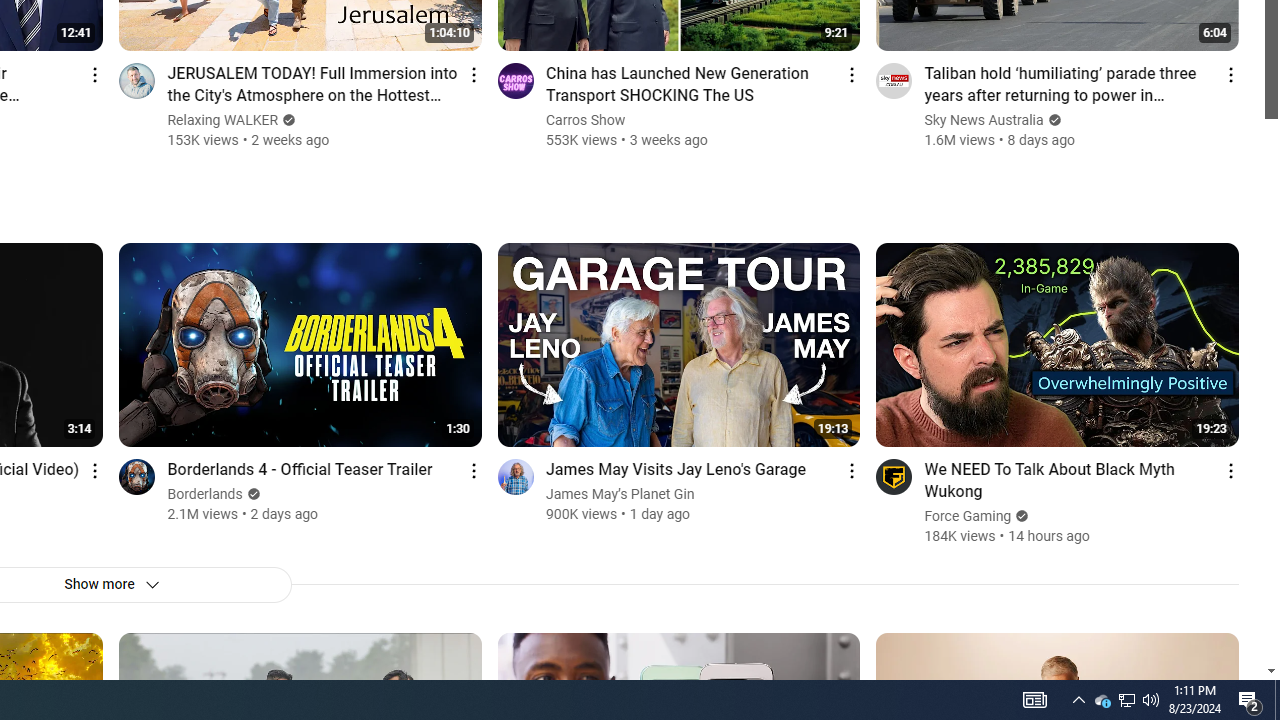 This screenshot has height=720, width=1280. What do you see at coordinates (893, 476) in the screenshot?
I see `'Go to channel'` at bounding box center [893, 476].